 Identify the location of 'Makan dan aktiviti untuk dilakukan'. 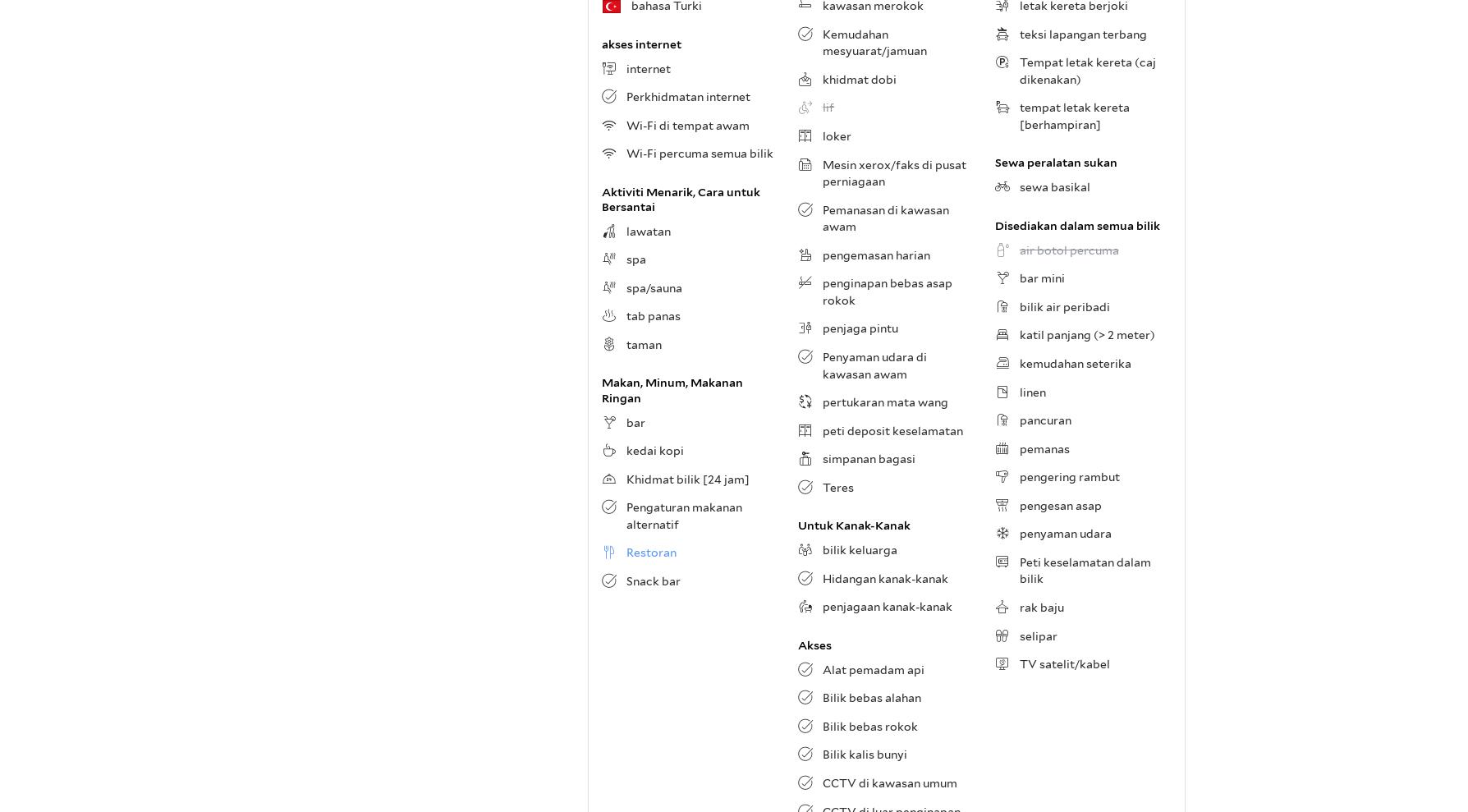
(700, 184).